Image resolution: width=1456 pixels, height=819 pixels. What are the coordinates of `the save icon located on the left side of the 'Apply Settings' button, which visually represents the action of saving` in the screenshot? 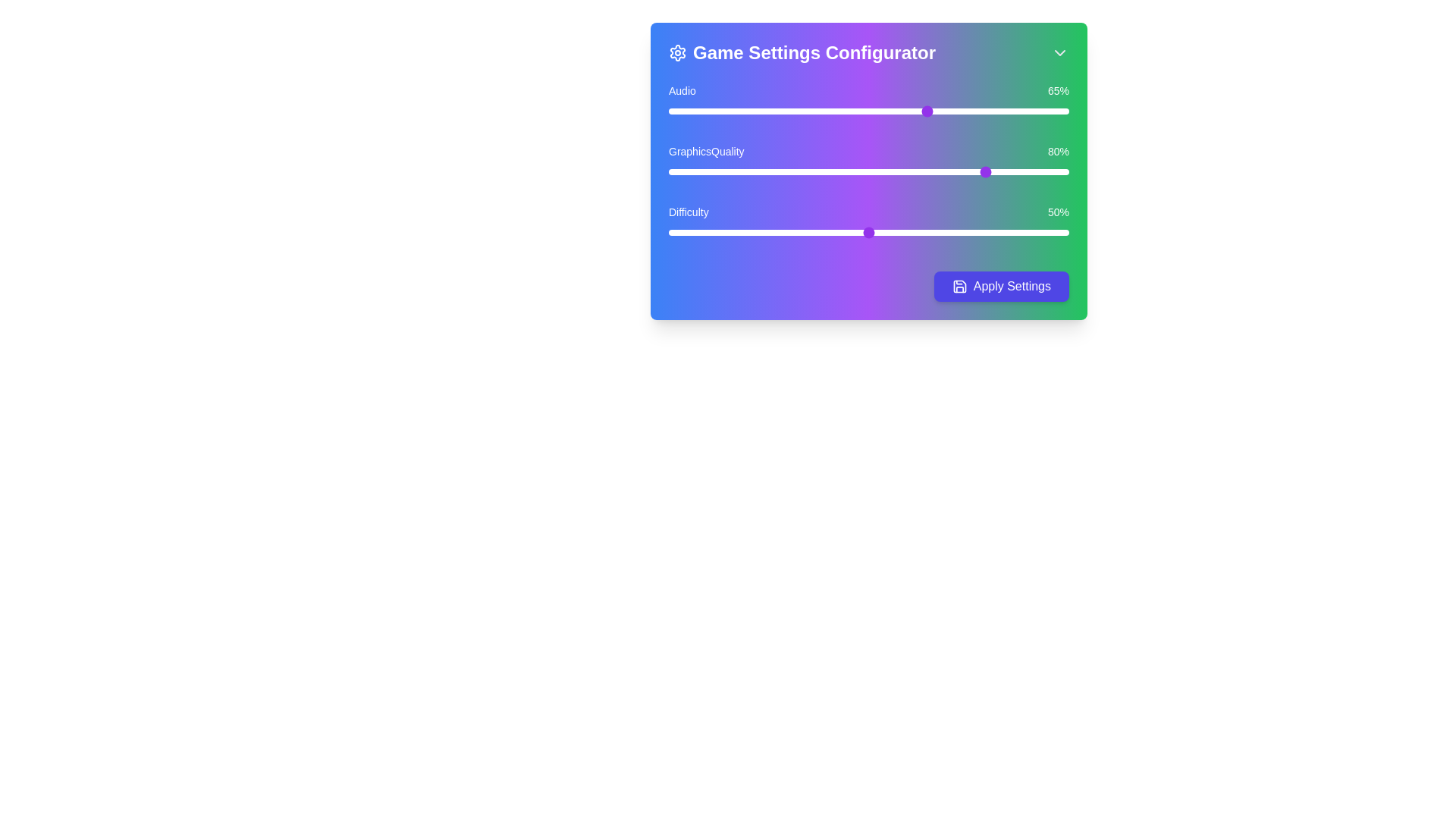 It's located at (959, 287).